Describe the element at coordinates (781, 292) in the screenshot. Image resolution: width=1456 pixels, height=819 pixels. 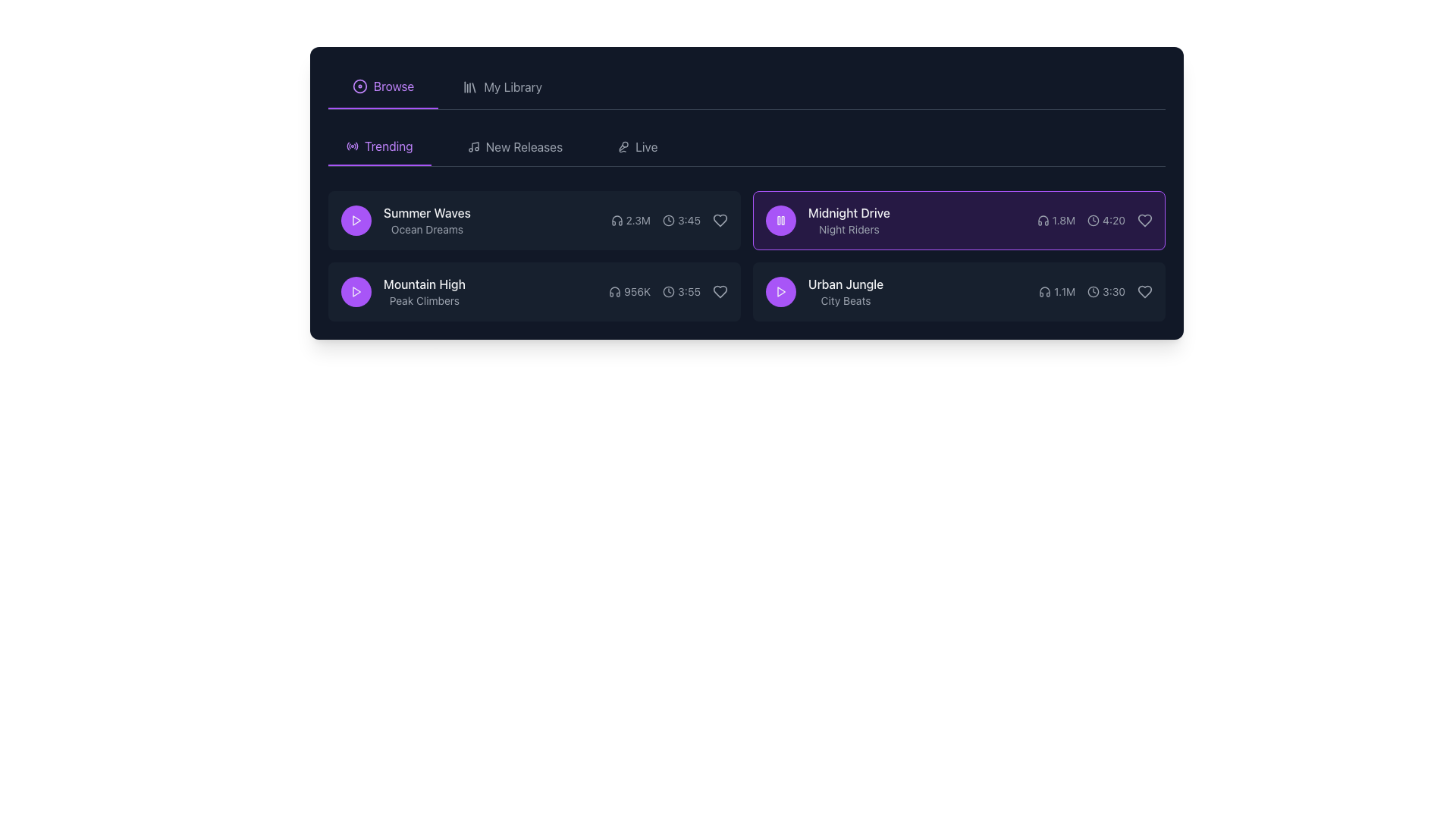
I see `the button to play the track 'Urban Jungle', located in the right section of the interface, aligned with the text 'Urban Jungle' and 'City Beats'` at that location.